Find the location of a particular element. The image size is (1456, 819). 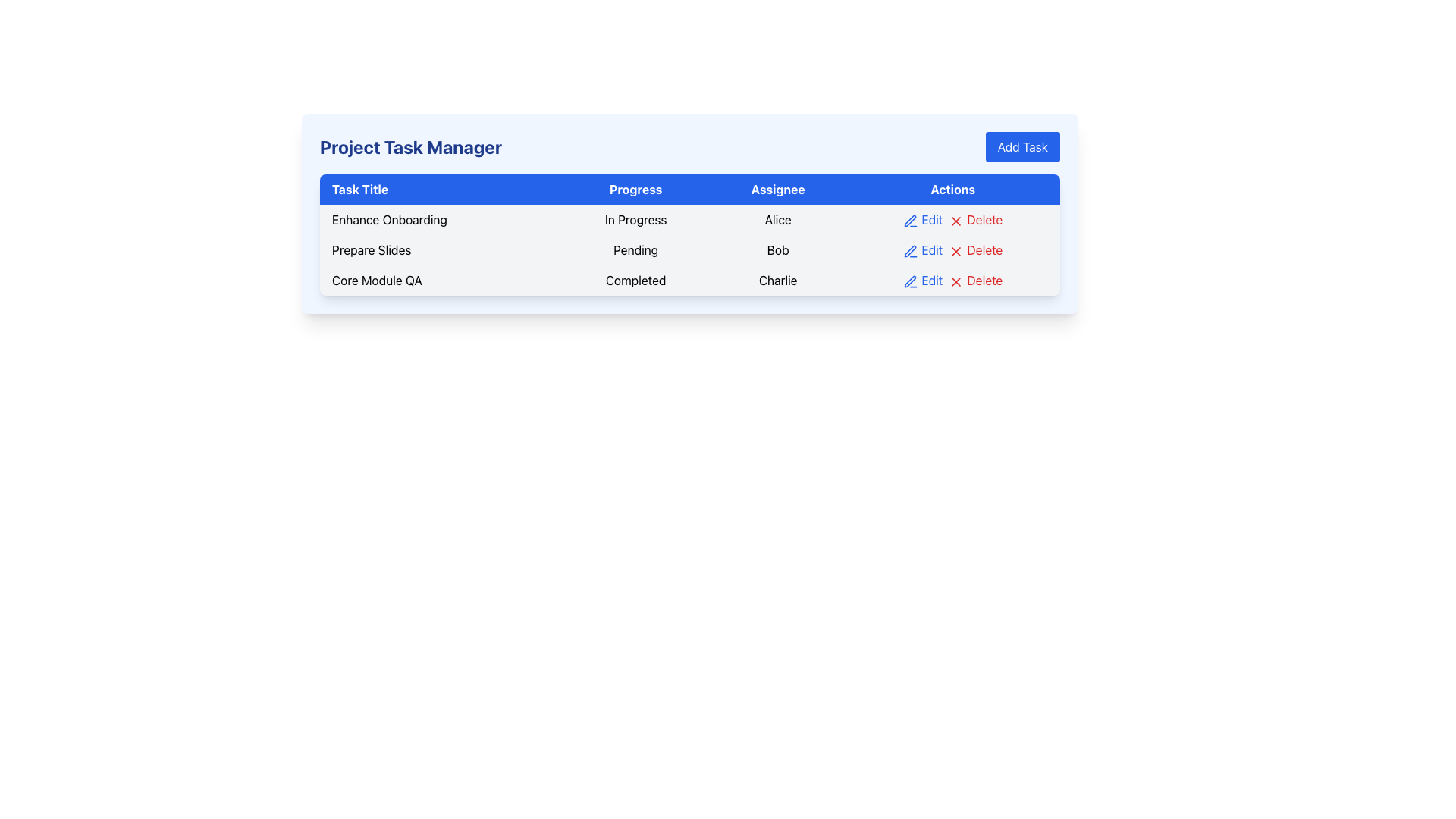

the edit icon located to the left of the 'Edit' text label in the 'Actions' column of the row corresponding to the task 'Prepare Slides' is located at coordinates (910, 221).